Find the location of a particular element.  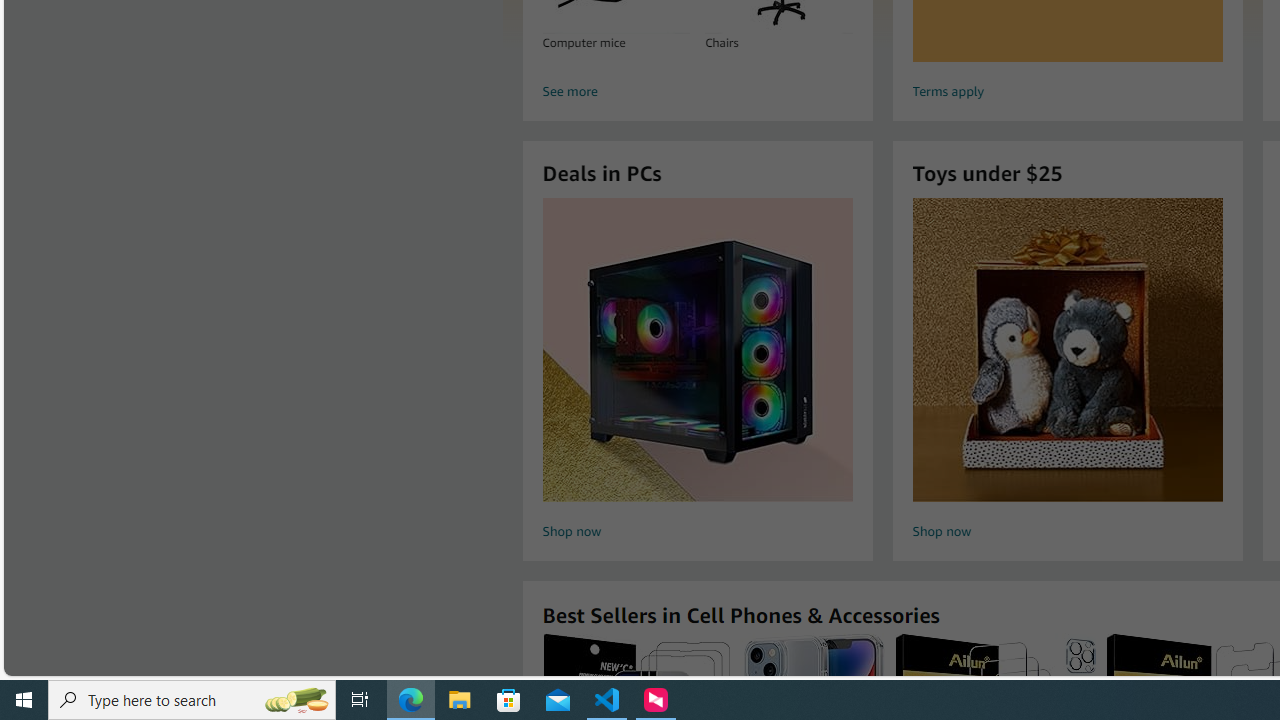

'See more' is located at coordinates (696, 92).